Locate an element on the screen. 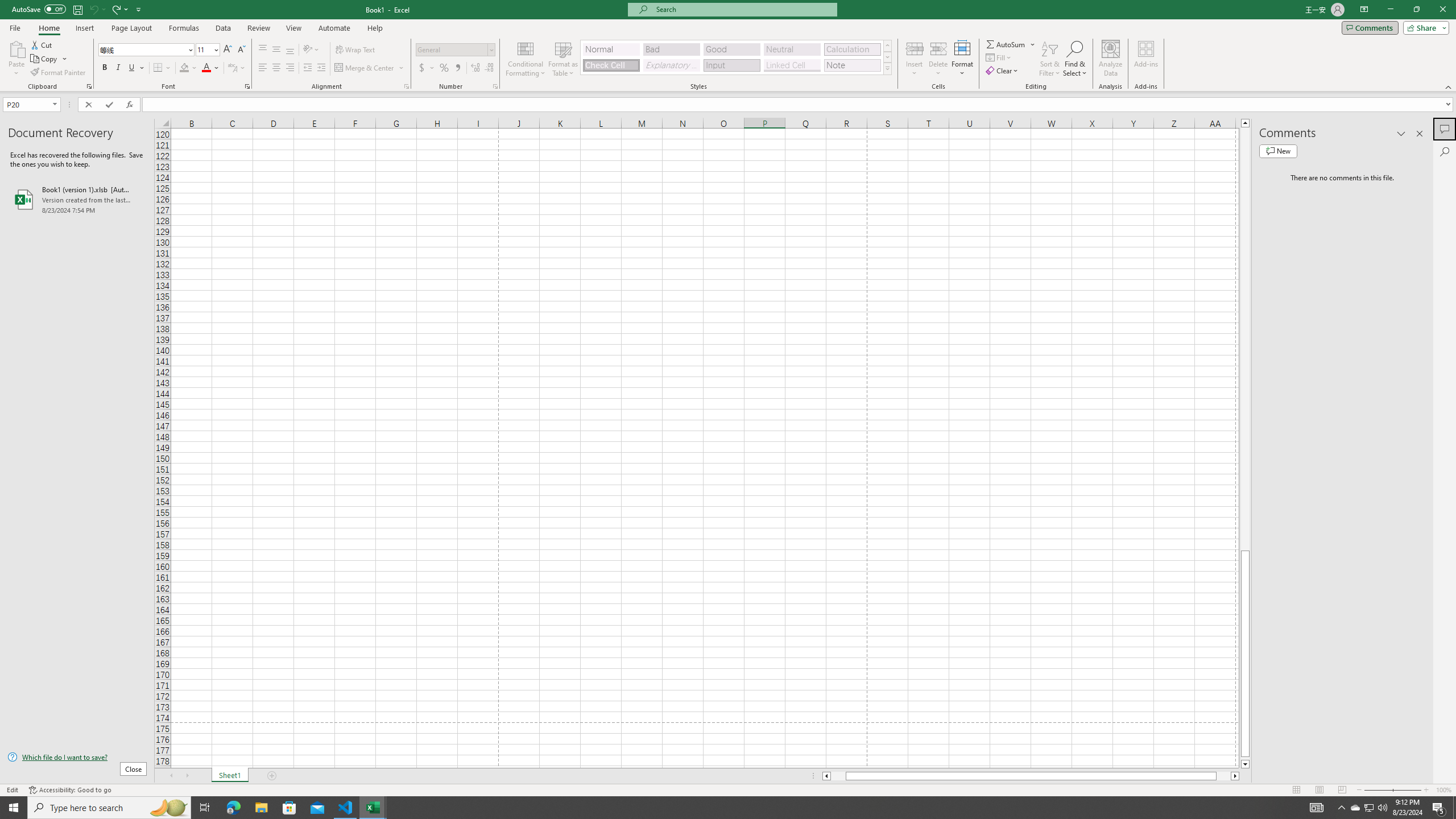 The height and width of the screenshot is (819, 1456). 'Bad' is located at coordinates (672, 49).